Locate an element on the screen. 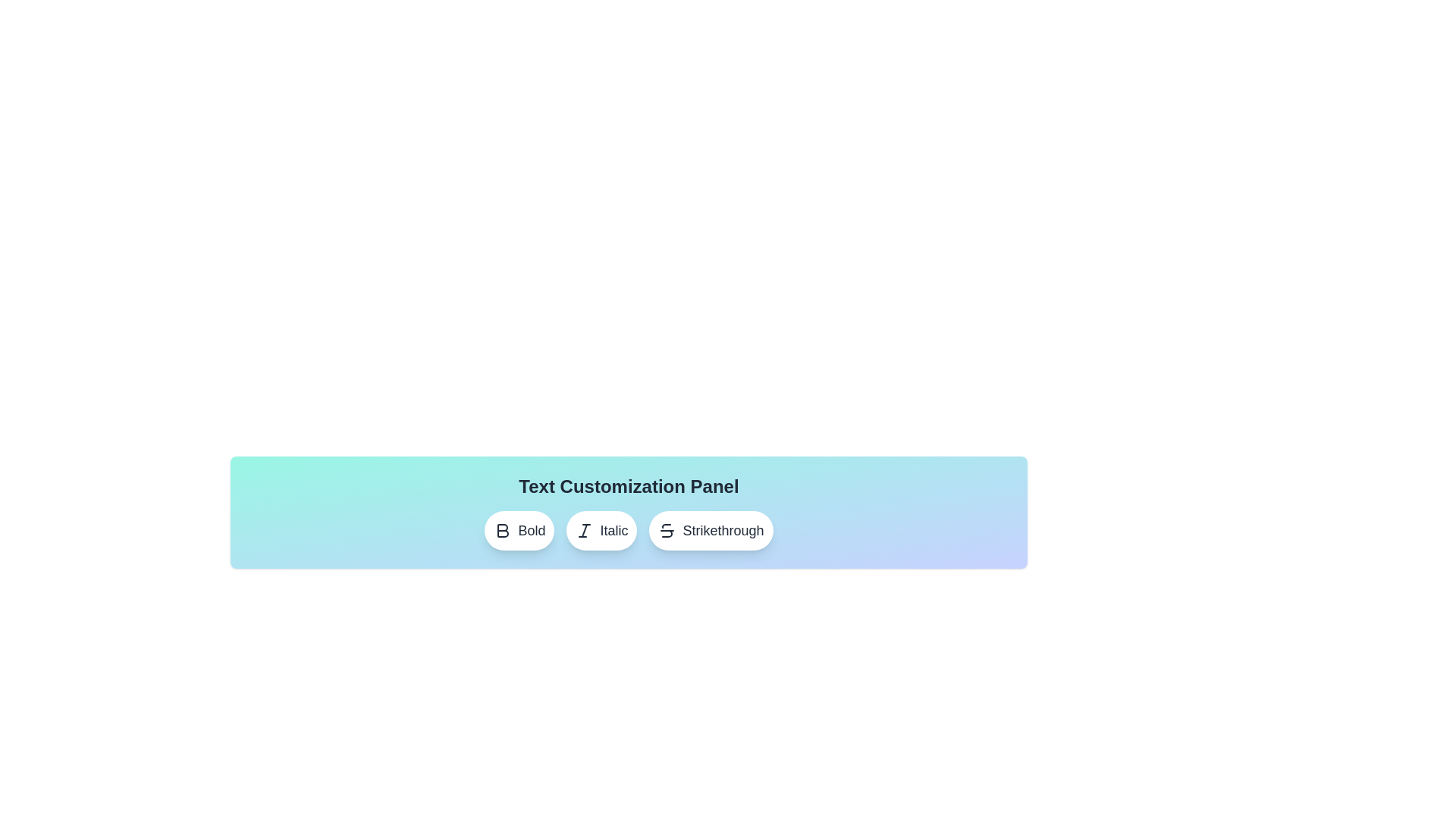 The width and height of the screenshot is (1456, 819). the Strikethrough formatting icon, which is styled with black strokes and located within a rounded white button labeled 'Strikethrough' is located at coordinates (667, 529).